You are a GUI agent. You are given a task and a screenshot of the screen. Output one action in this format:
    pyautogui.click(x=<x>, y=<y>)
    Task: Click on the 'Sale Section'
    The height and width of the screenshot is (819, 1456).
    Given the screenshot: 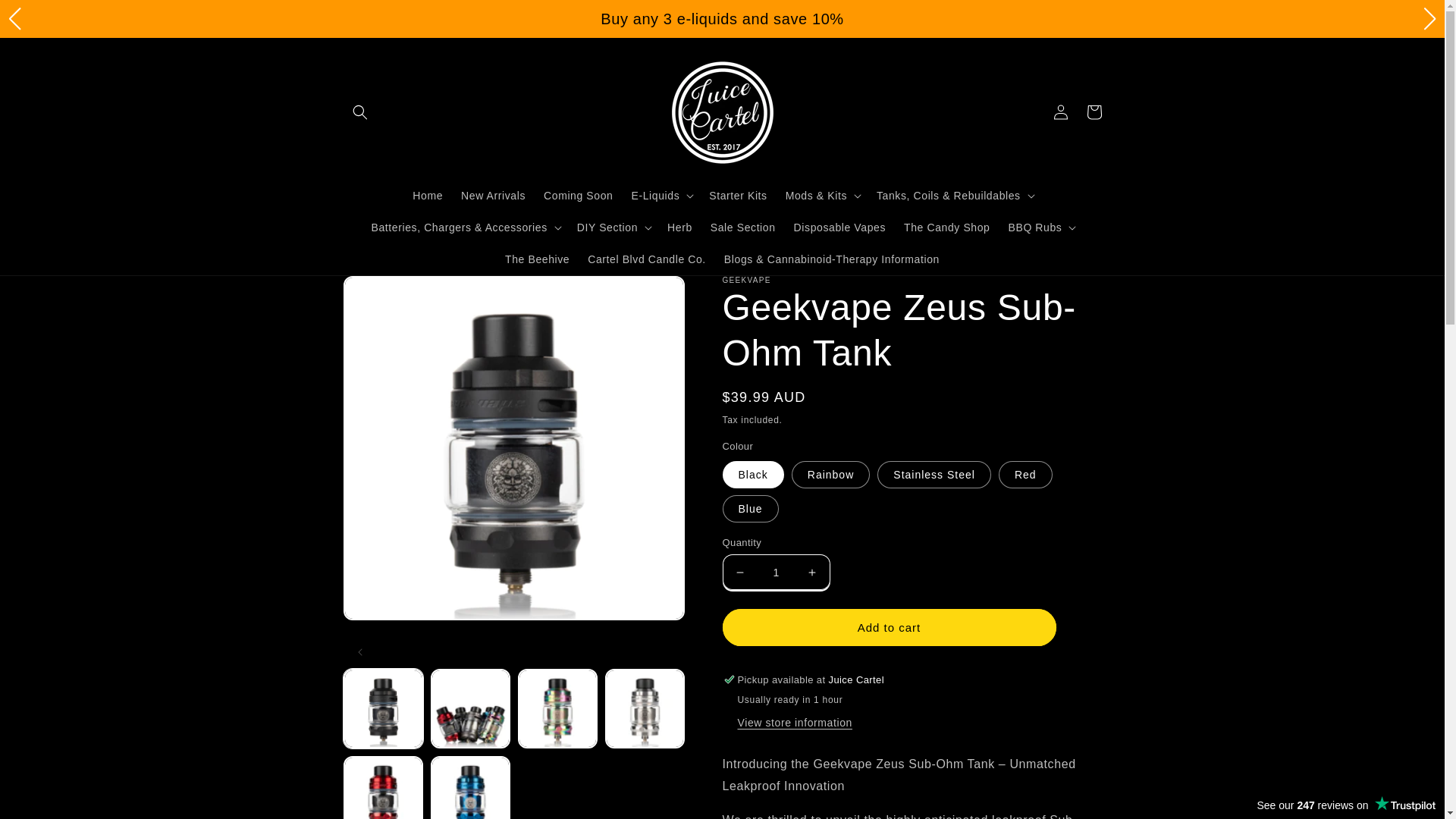 What is the action you would take?
    pyautogui.click(x=742, y=227)
    